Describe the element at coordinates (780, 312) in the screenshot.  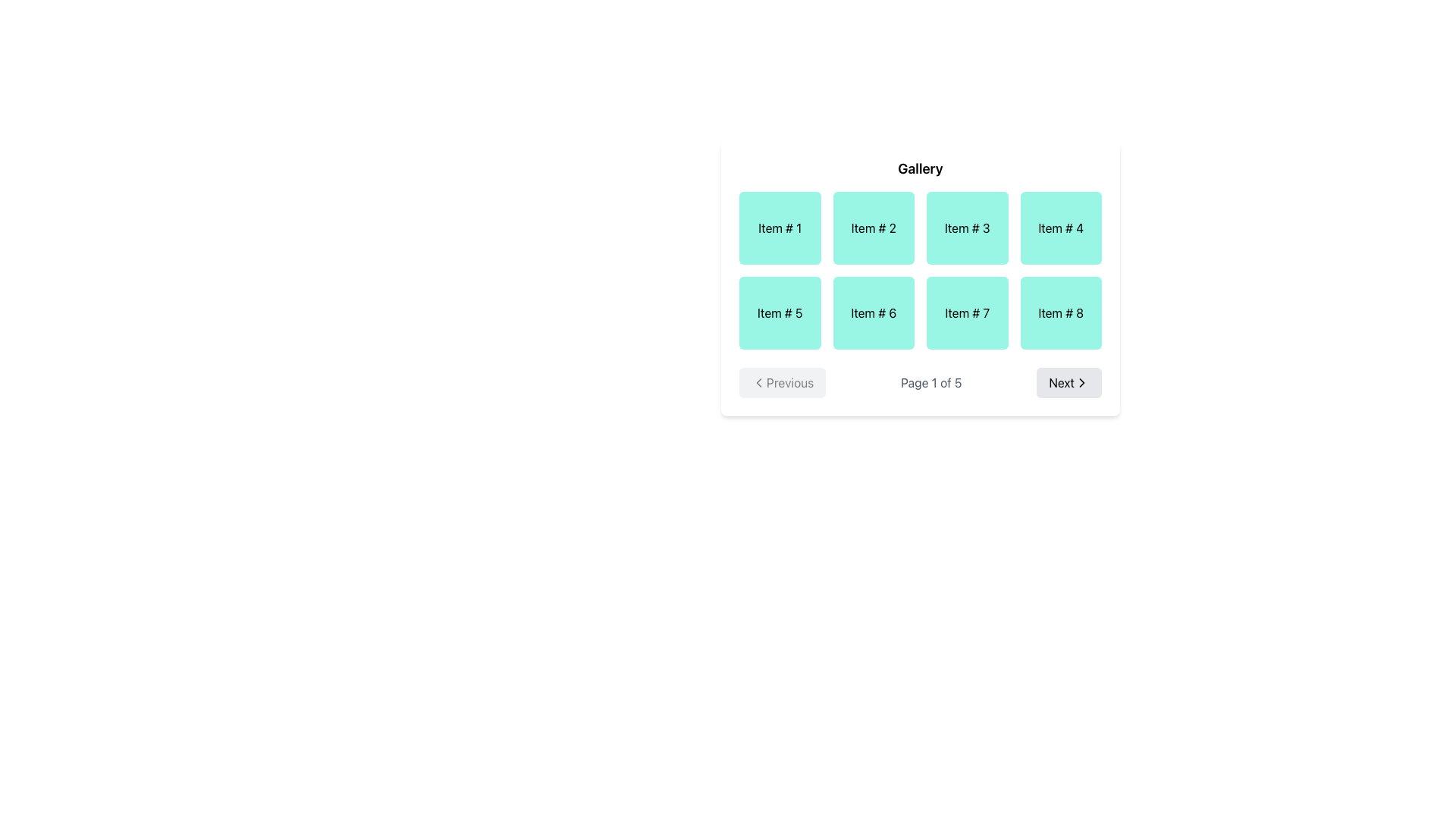
I see `the text label that identifies the fifth item in the gallery, which is centered within the fifth item card in a grid layout` at that location.